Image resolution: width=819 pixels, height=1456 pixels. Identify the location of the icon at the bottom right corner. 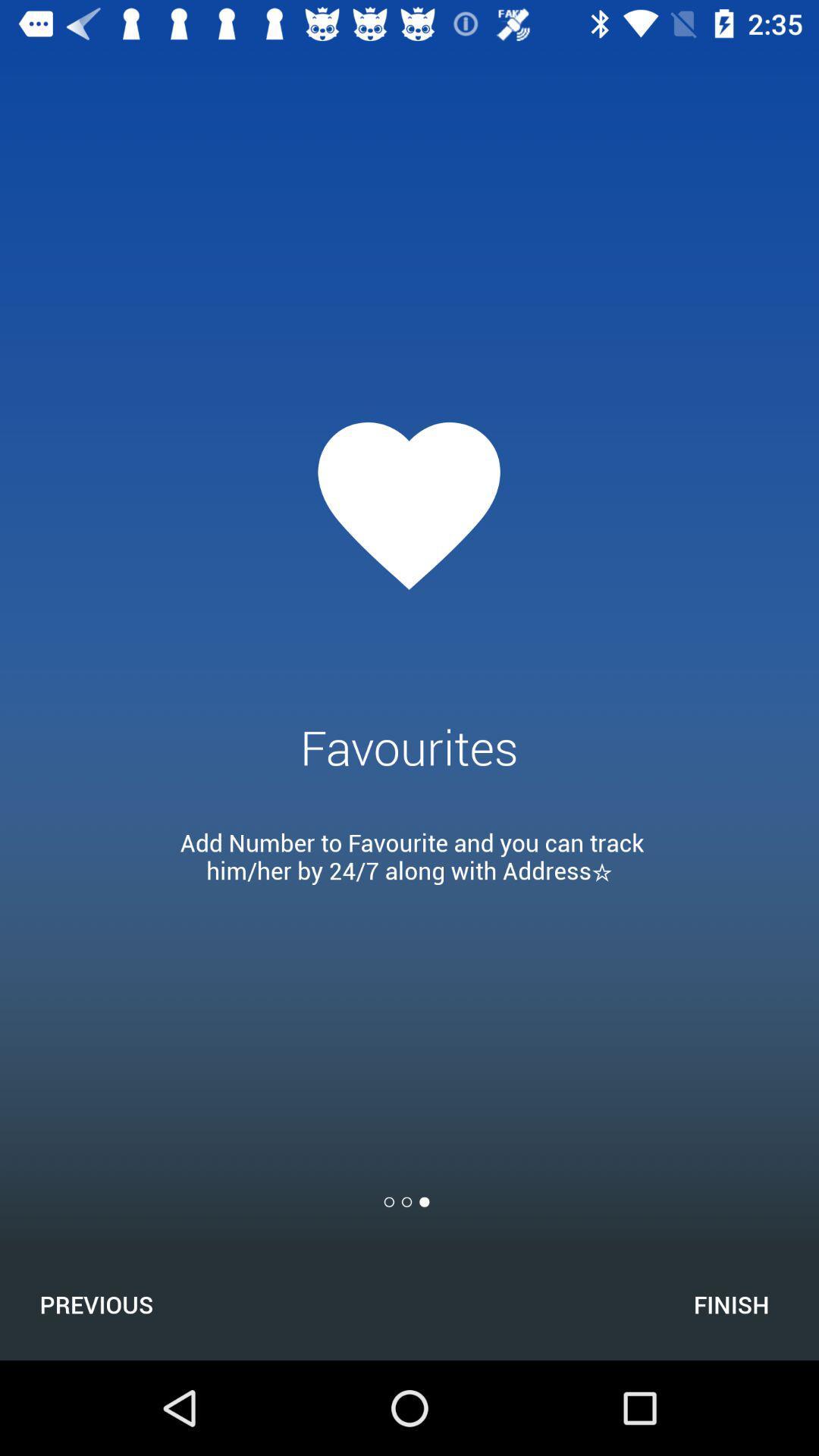
(730, 1304).